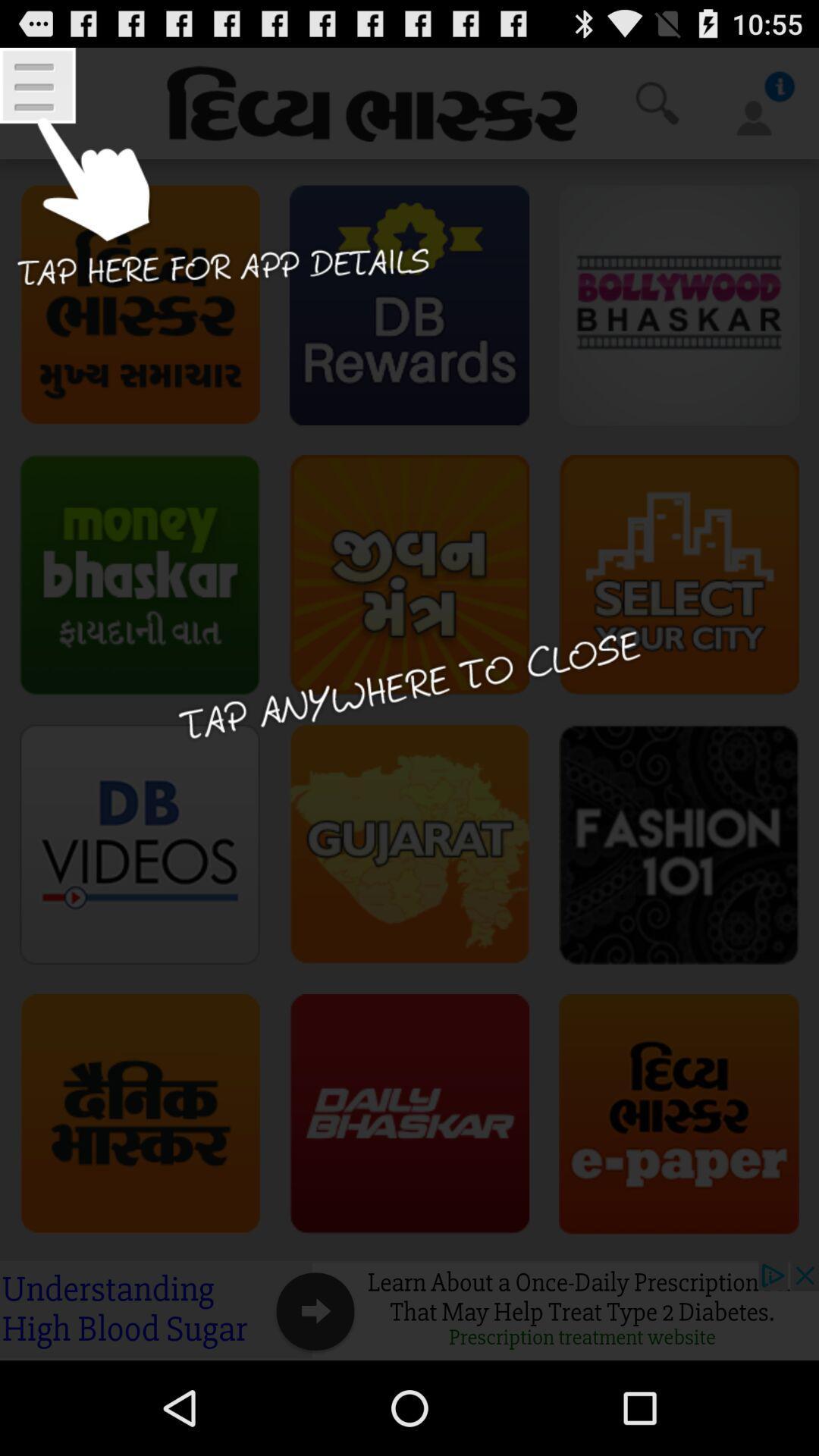 This screenshot has width=819, height=1456. What do you see at coordinates (217, 187) in the screenshot?
I see `open app details` at bounding box center [217, 187].